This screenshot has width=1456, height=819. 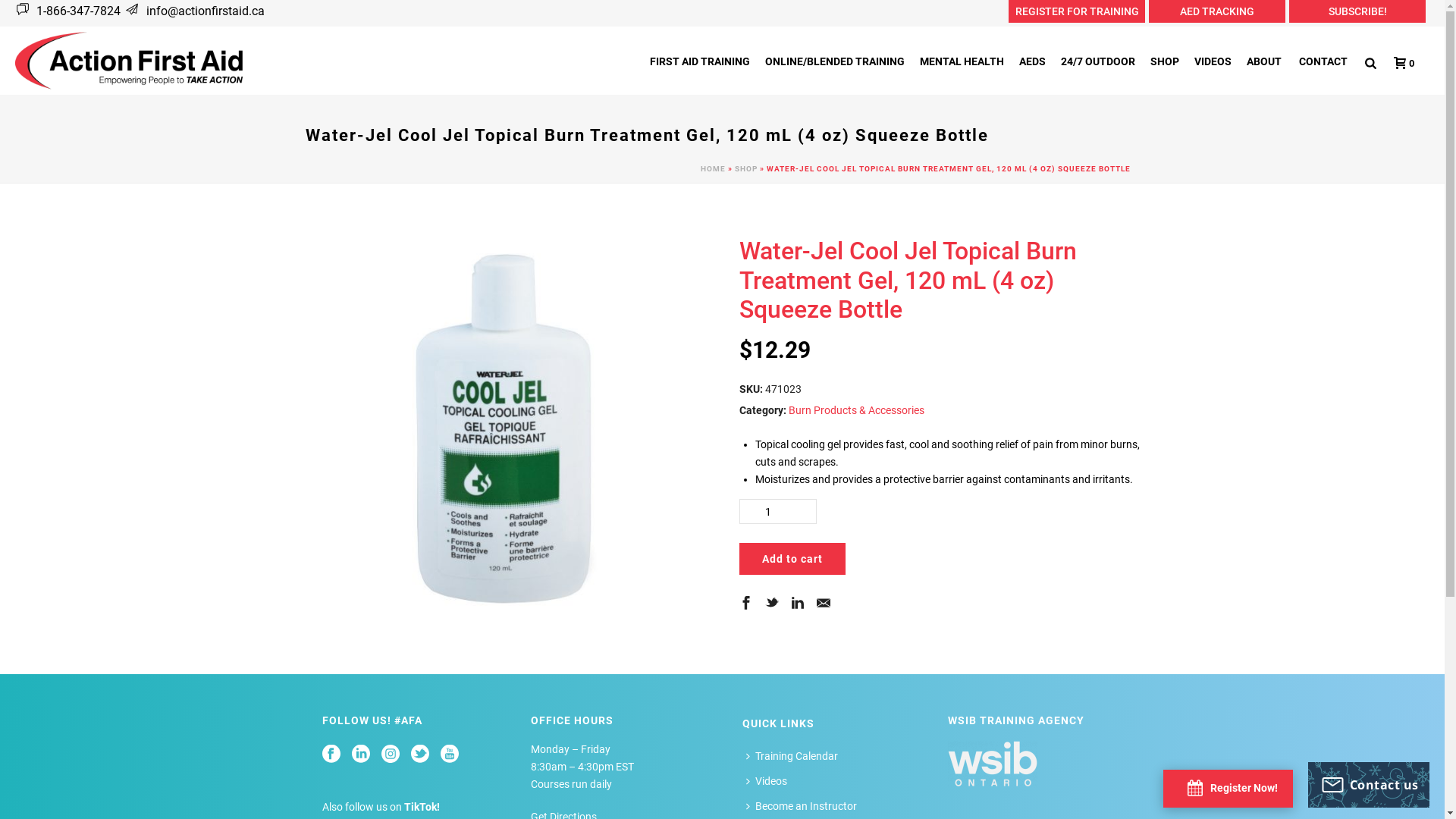 What do you see at coordinates (1076, 11) in the screenshot?
I see `'REGISTER FOR TRAINING'` at bounding box center [1076, 11].